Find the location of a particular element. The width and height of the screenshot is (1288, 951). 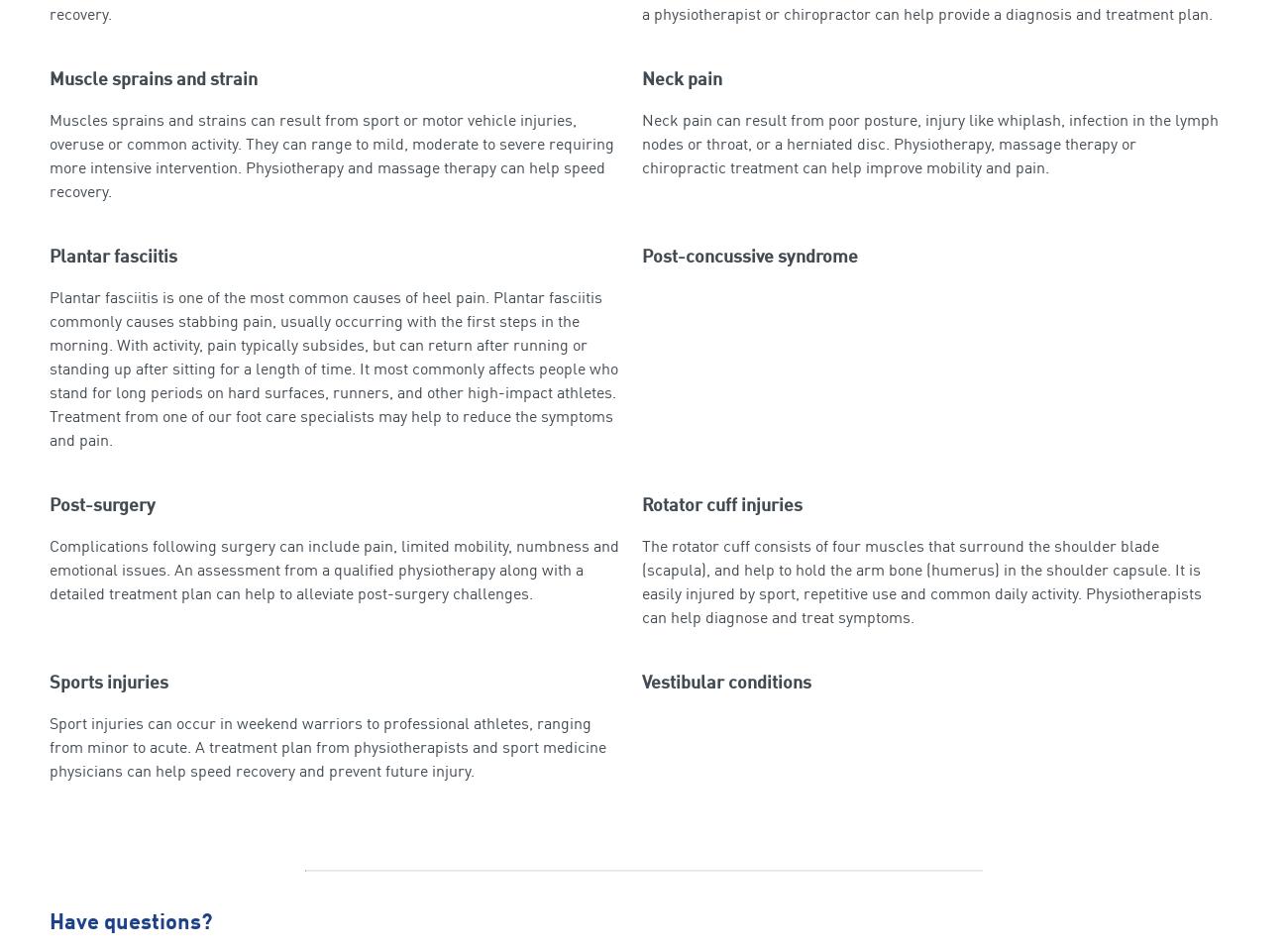

'Muscles sprains and strains can result from sport or motor vehicle injuries, overuse or common activity. They can range to mild, moderate to severe requiring more intensive intervention. Physiotherapy and massage therapy can help speed recovery.' is located at coordinates (331, 156).